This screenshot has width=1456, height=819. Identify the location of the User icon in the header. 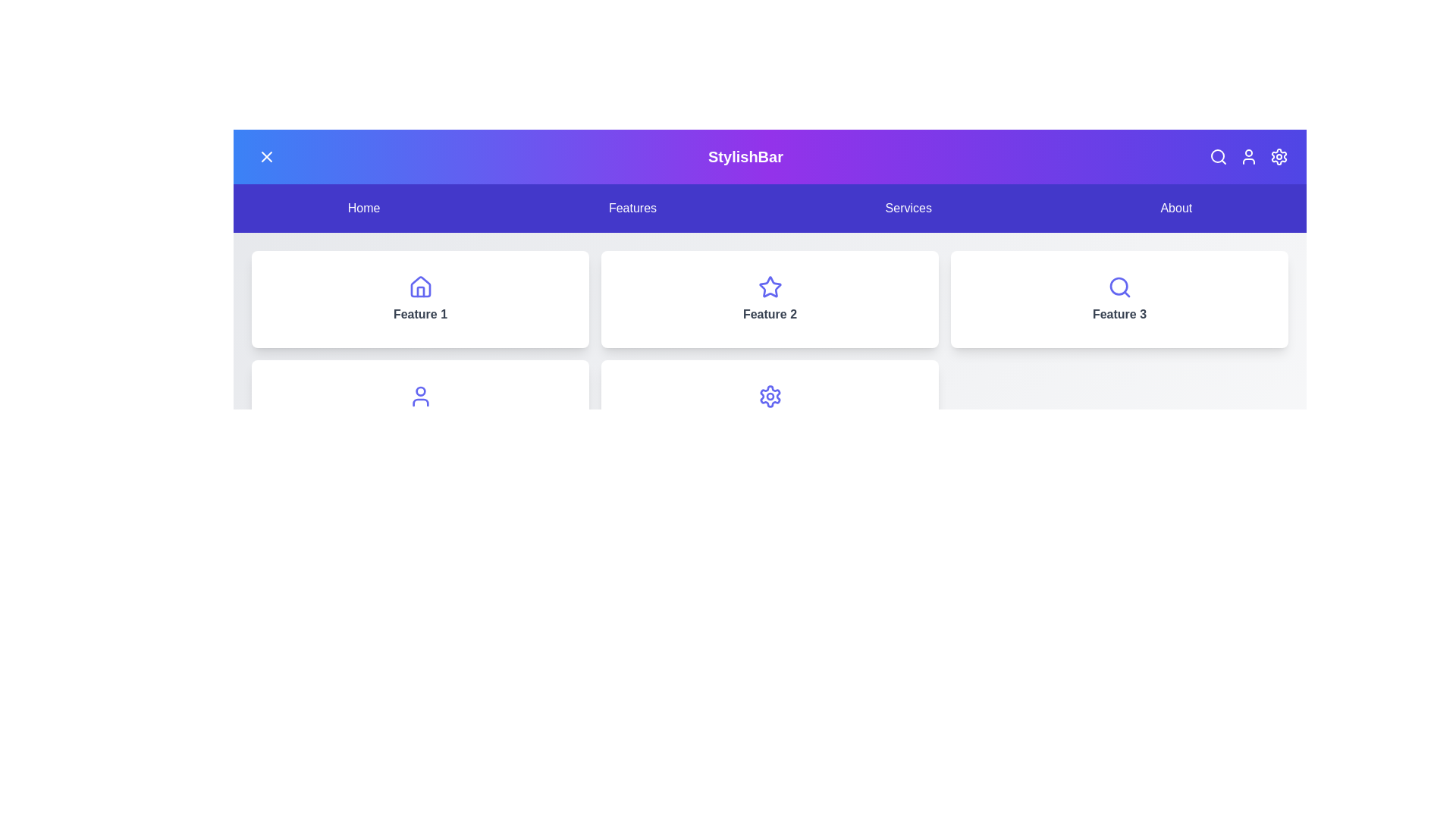
(1248, 157).